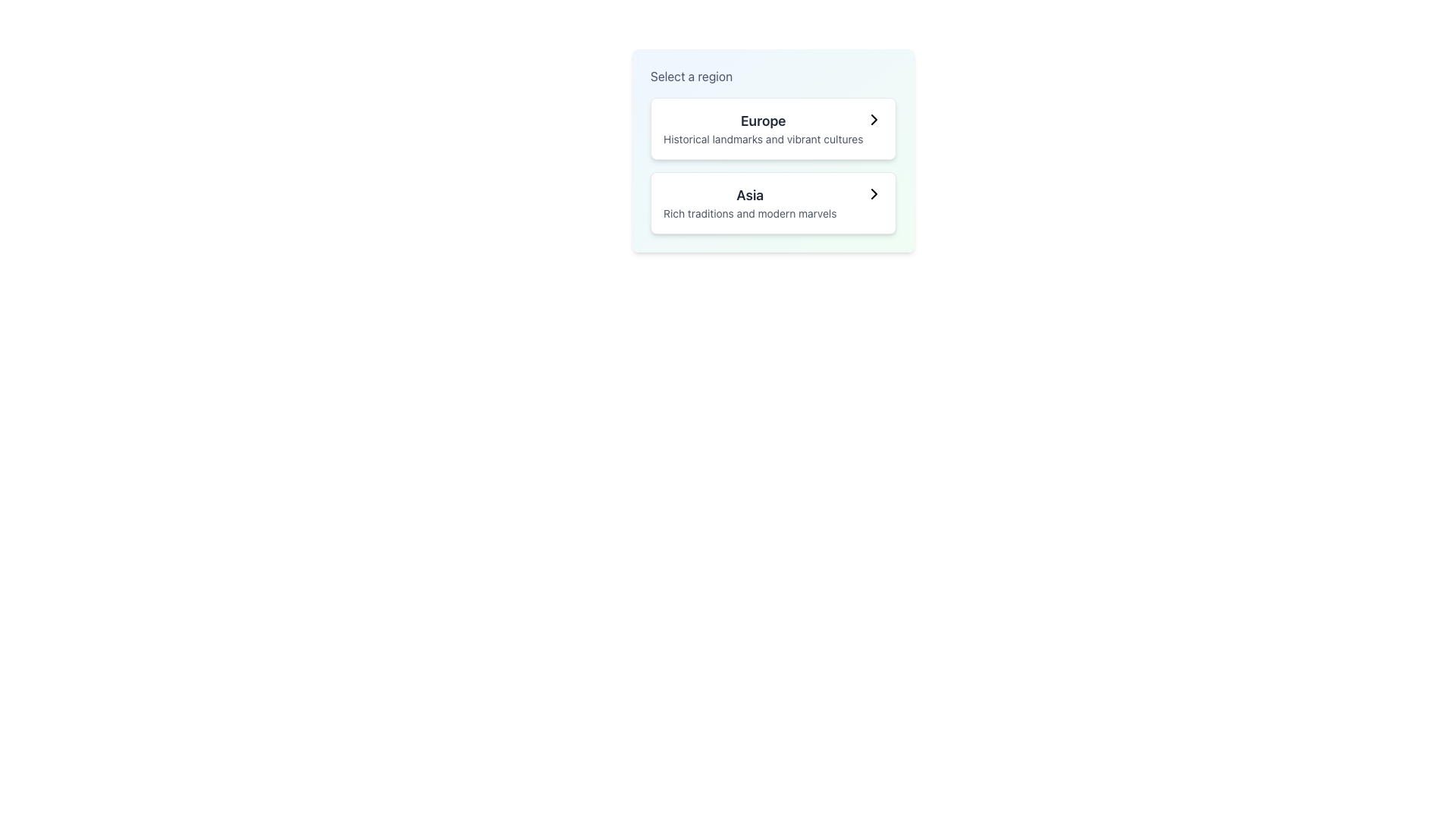 The width and height of the screenshot is (1456, 819). Describe the element at coordinates (874, 193) in the screenshot. I see `the arrow icon located at the far right end of the selection box labeled 'Asia'` at that location.